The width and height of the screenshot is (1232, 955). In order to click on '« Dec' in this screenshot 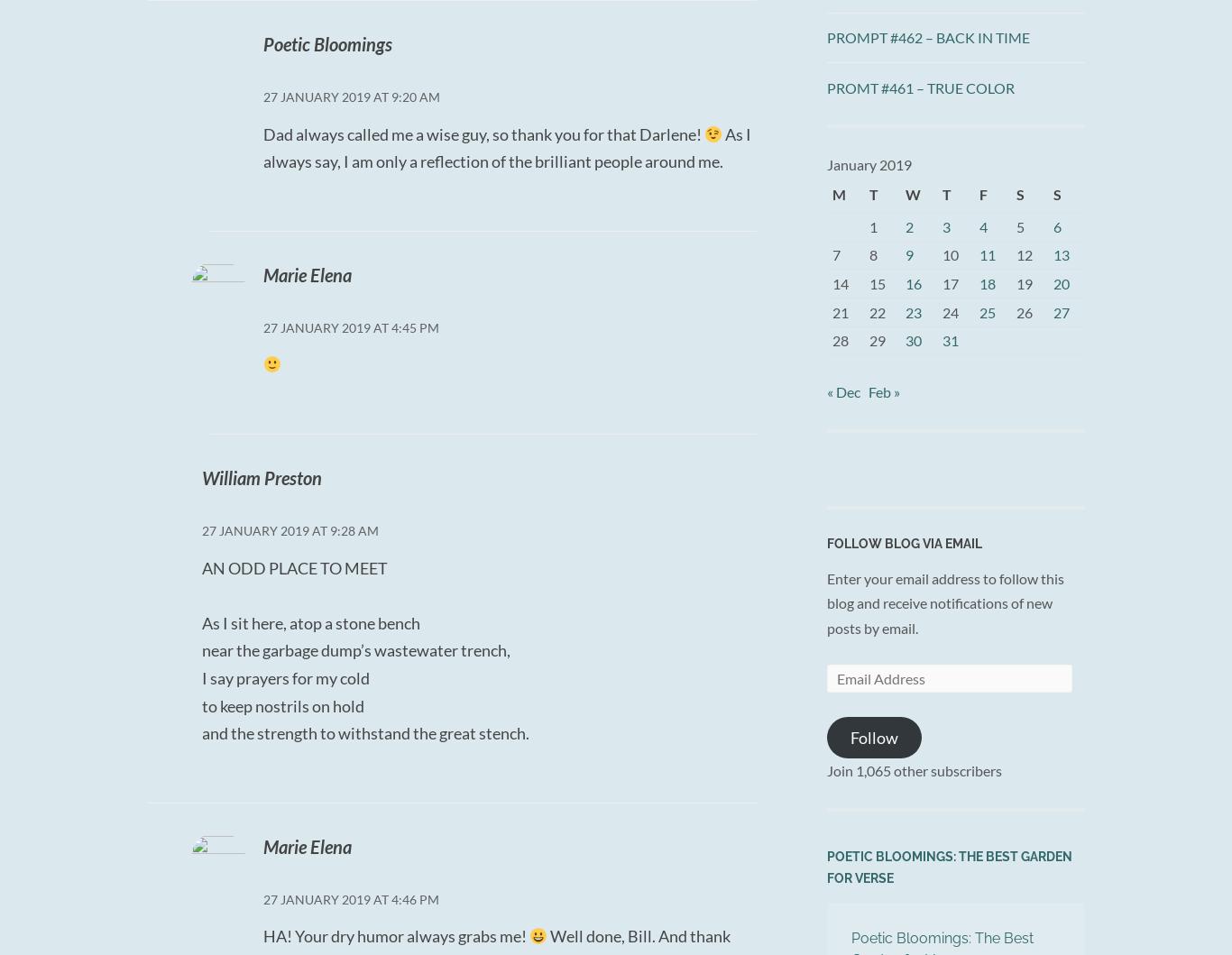, I will do `click(843, 391)`.